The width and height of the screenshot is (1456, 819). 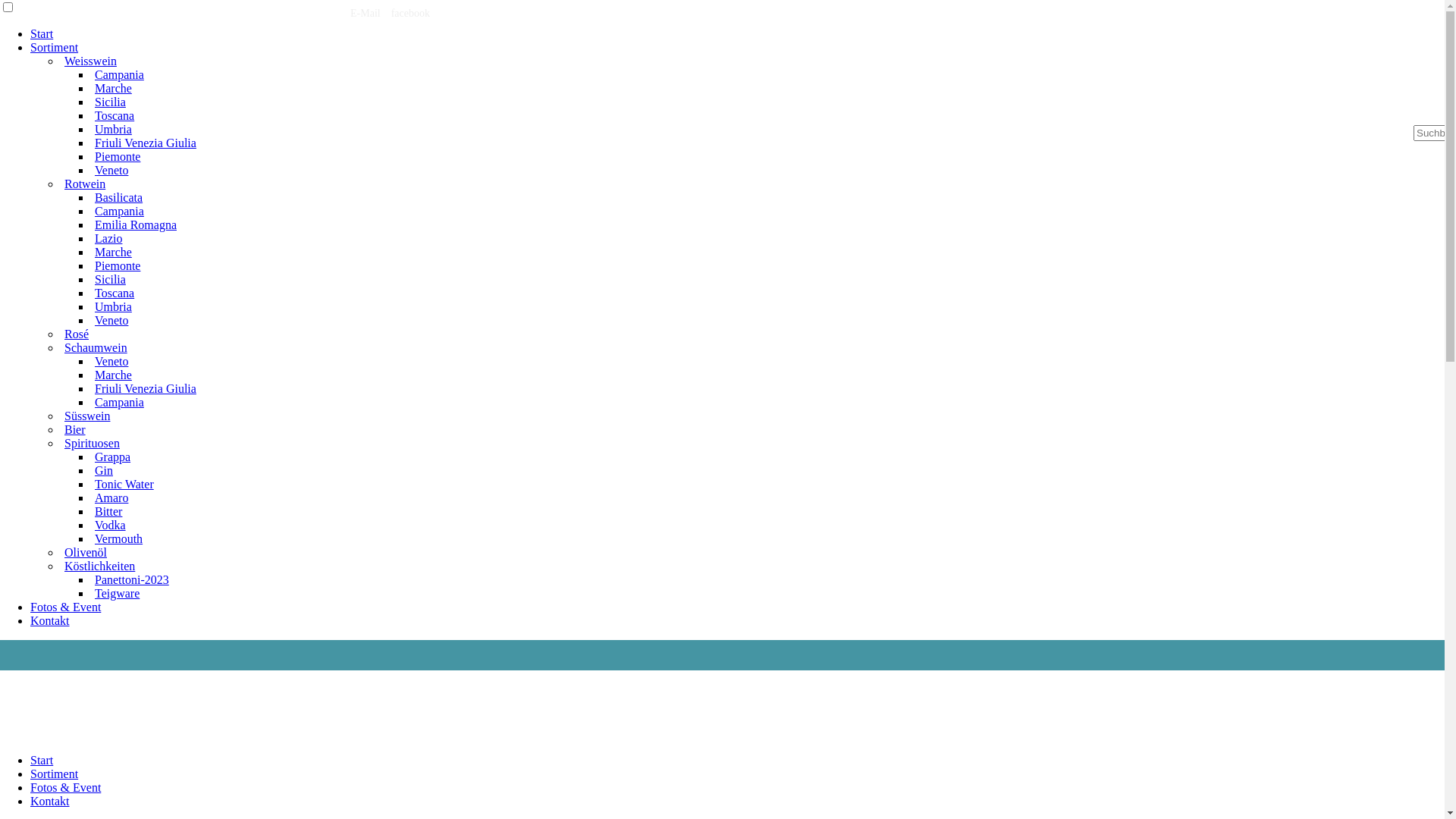 I want to click on 'Marche', so click(x=112, y=251).